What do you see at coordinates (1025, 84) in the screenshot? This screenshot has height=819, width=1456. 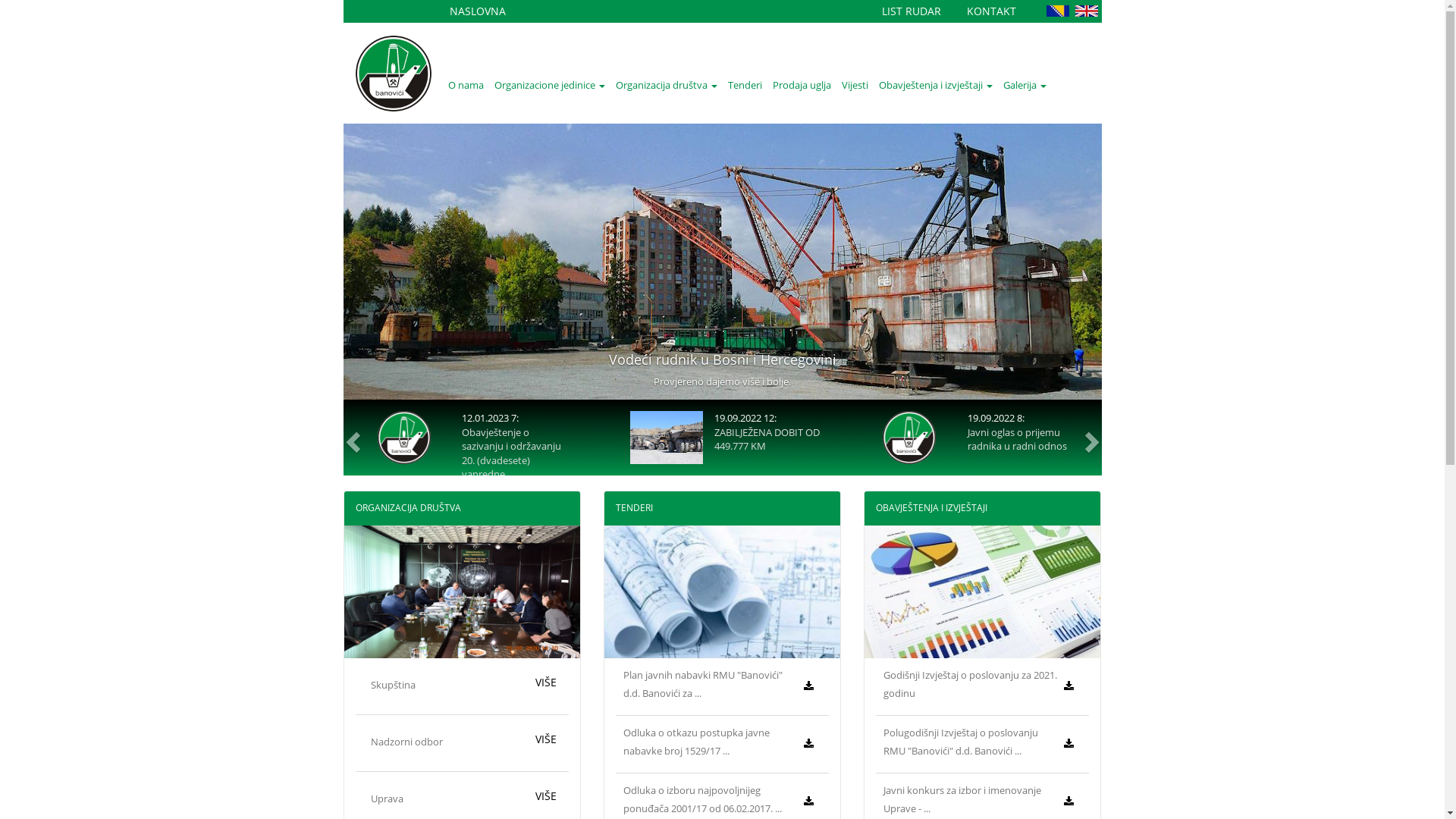 I see `'Galerija'` at bounding box center [1025, 84].